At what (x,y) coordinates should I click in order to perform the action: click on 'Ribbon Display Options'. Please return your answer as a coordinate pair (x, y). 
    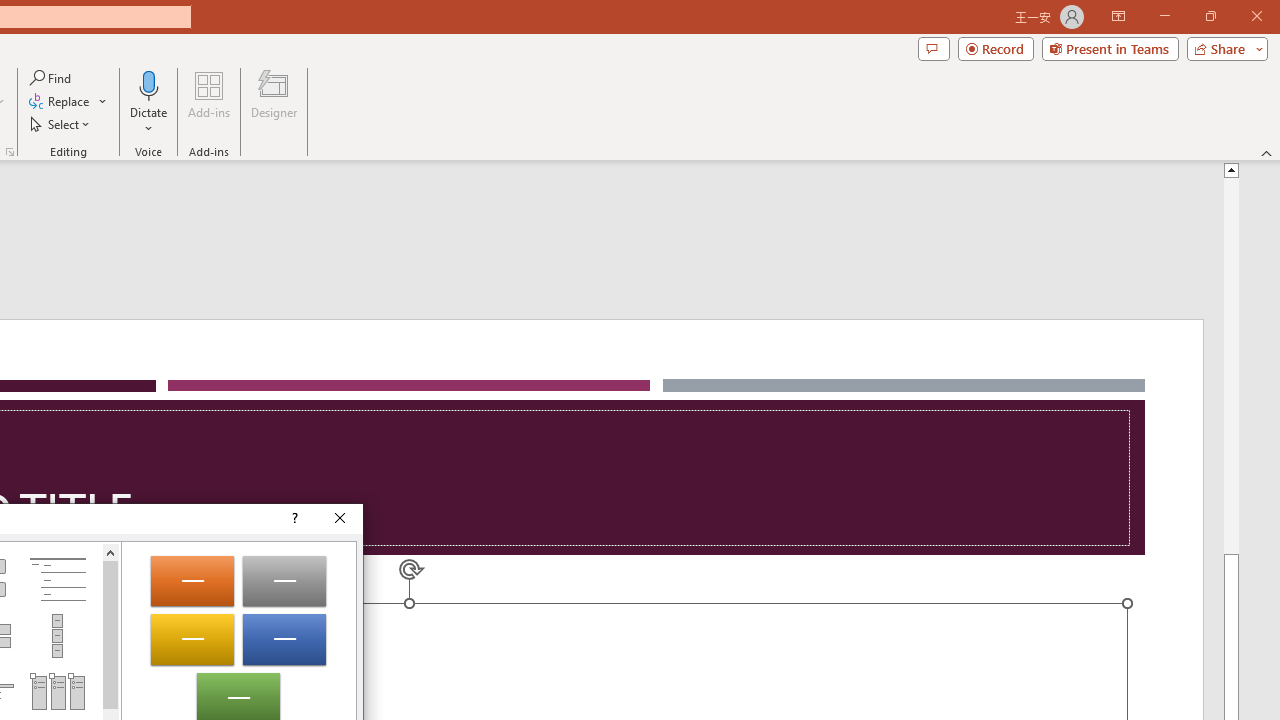
    Looking at the image, I should click on (1117, 16).